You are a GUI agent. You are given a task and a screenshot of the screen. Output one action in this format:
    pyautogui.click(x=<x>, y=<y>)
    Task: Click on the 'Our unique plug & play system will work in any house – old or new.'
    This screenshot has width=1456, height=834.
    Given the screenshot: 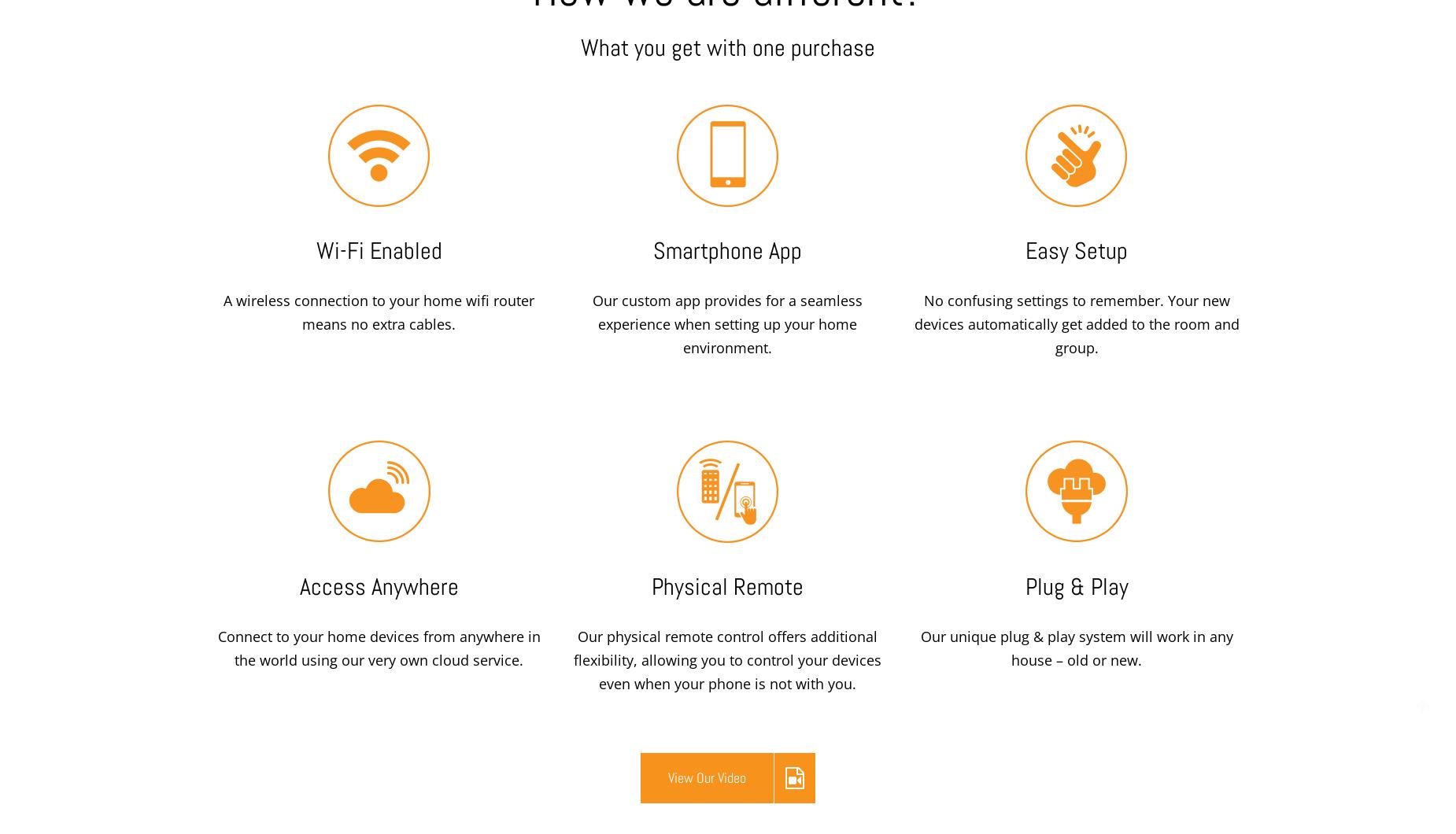 What is the action you would take?
    pyautogui.click(x=1075, y=648)
    